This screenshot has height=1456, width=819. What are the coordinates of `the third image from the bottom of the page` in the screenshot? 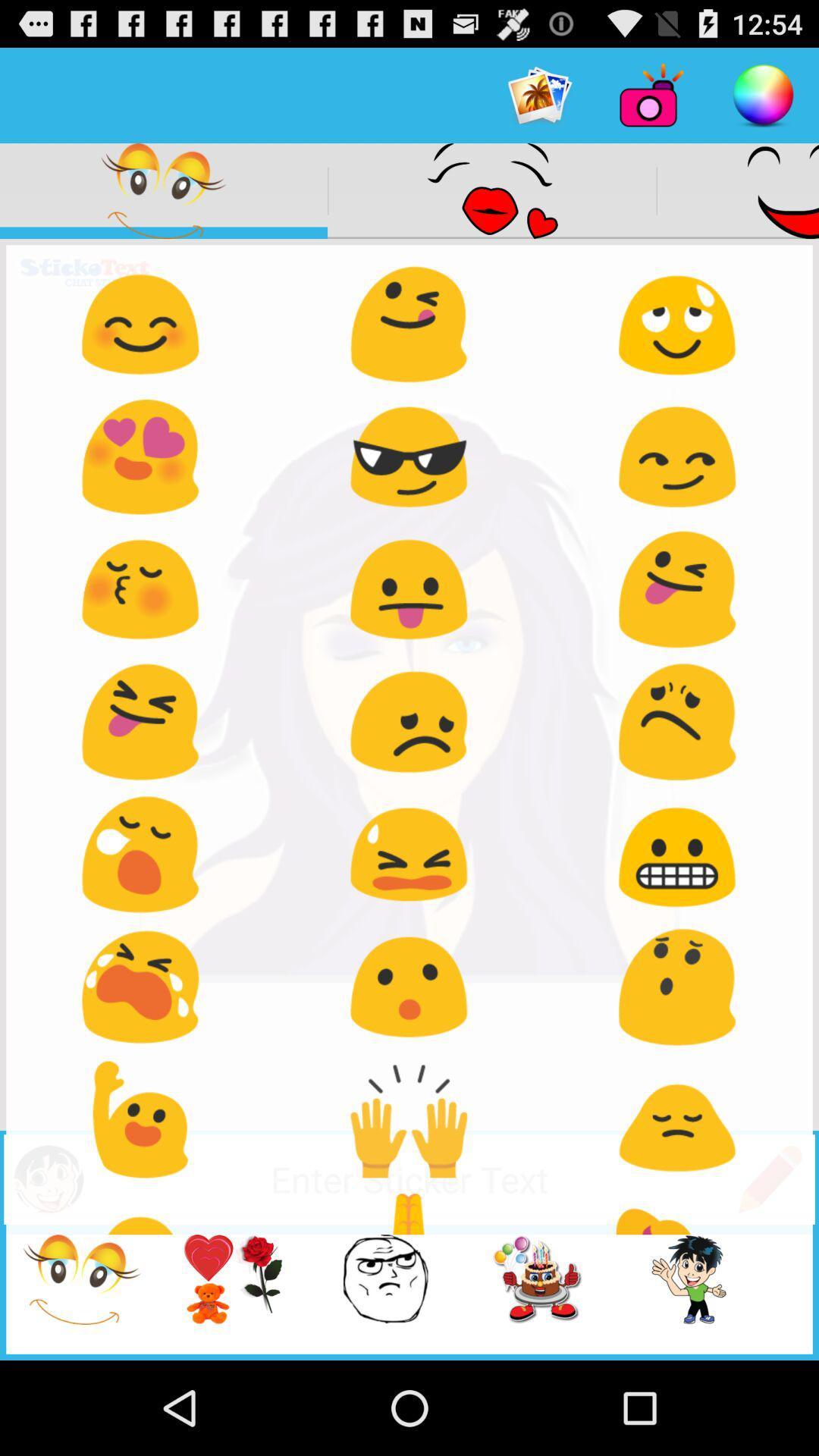 It's located at (385, 1279).